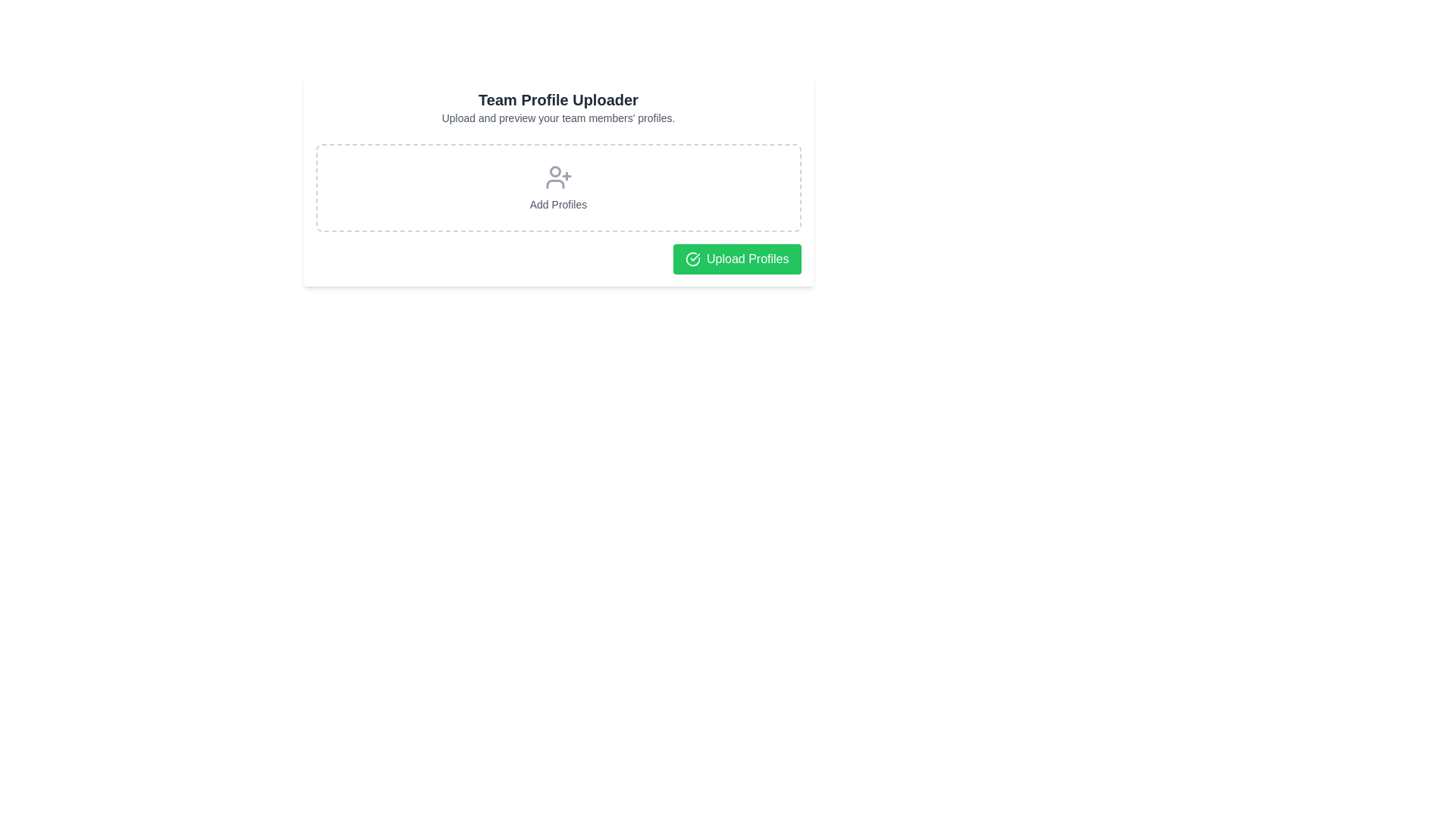 This screenshot has width=1456, height=819. What do you see at coordinates (557, 205) in the screenshot?
I see `the 'Add Profiles' text label, which is styled in gray and positioned at the bottom center of a bordered and dashed rectangular area` at bounding box center [557, 205].